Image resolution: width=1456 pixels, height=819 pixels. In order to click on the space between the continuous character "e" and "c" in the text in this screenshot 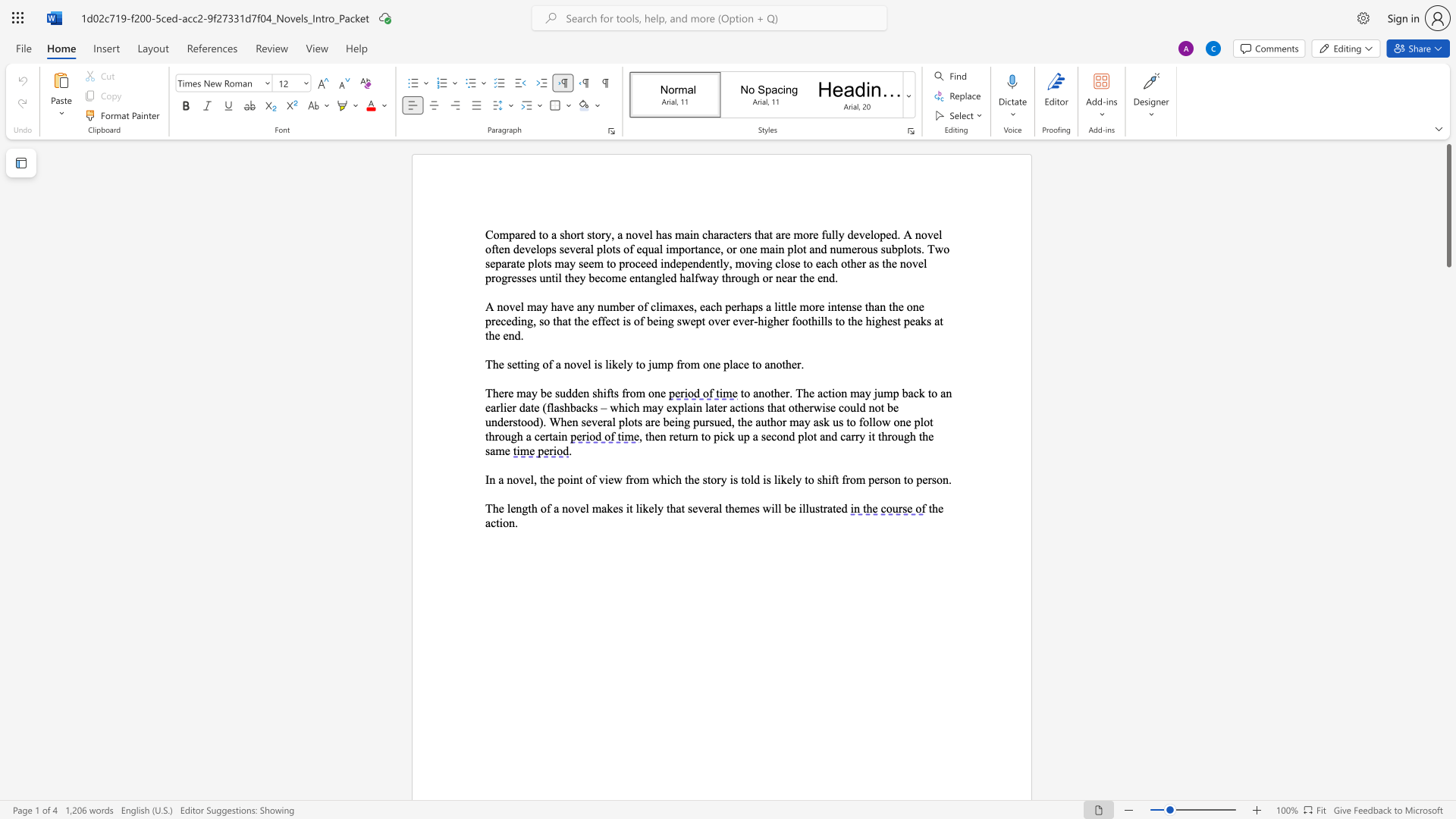, I will do `click(771, 436)`.